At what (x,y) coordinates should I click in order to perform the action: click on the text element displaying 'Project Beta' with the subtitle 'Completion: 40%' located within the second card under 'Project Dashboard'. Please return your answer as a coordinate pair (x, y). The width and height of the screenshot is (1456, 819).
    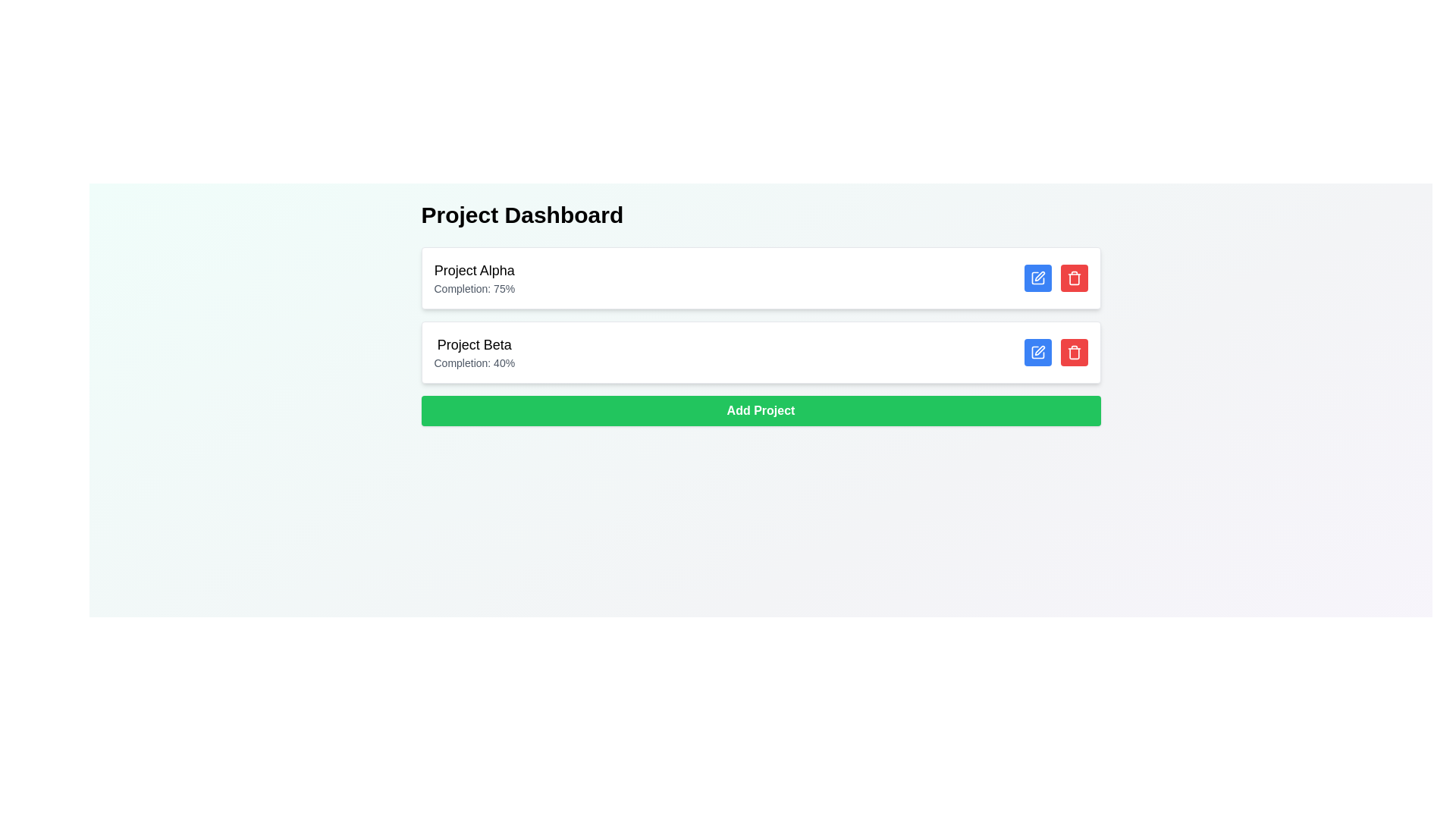
    Looking at the image, I should click on (473, 353).